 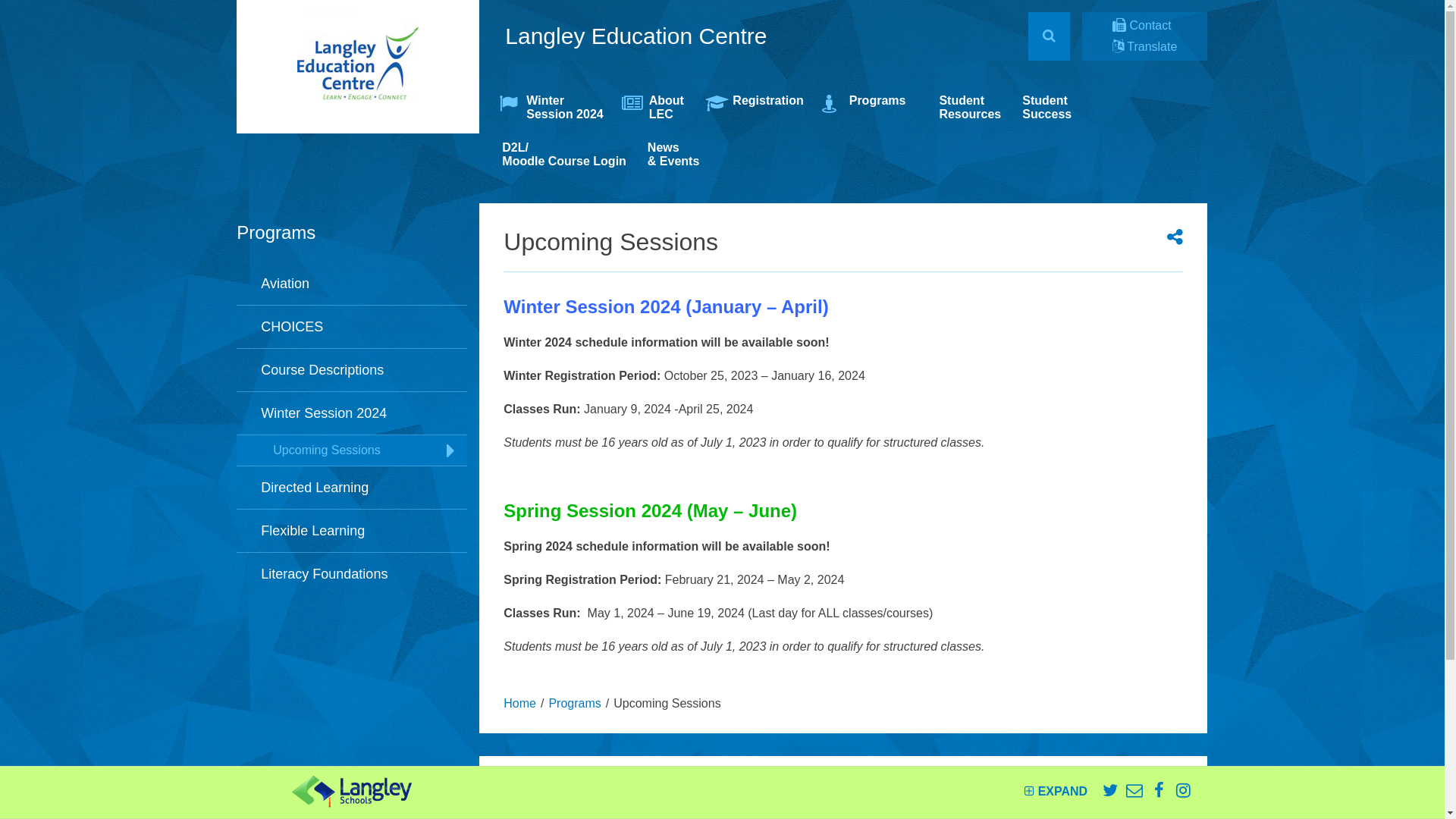 I want to click on 'News, so click(x=673, y=155).